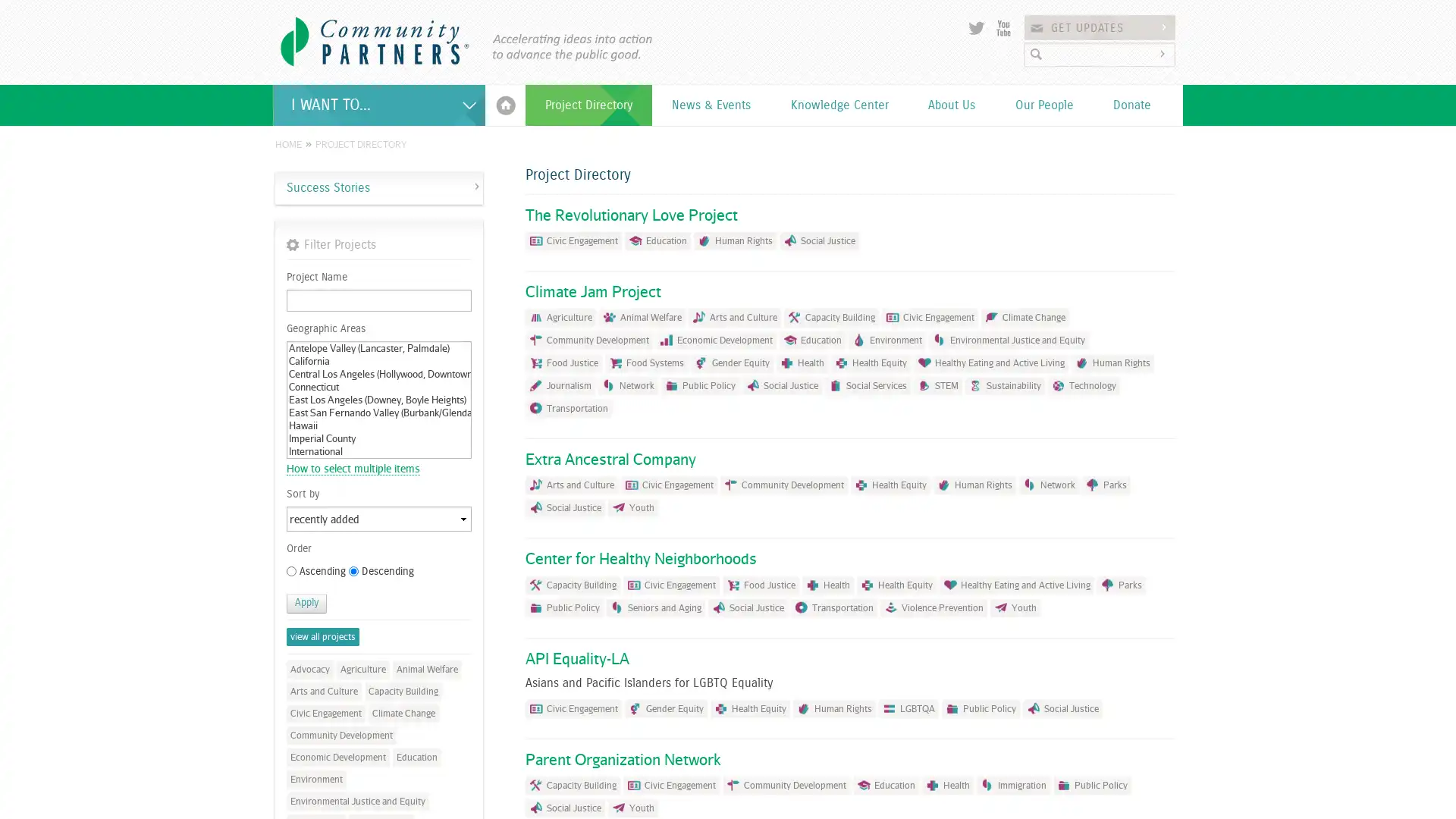 Image resolution: width=1456 pixels, height=819 pixels. I want to click on Search, so click(1164, 53).